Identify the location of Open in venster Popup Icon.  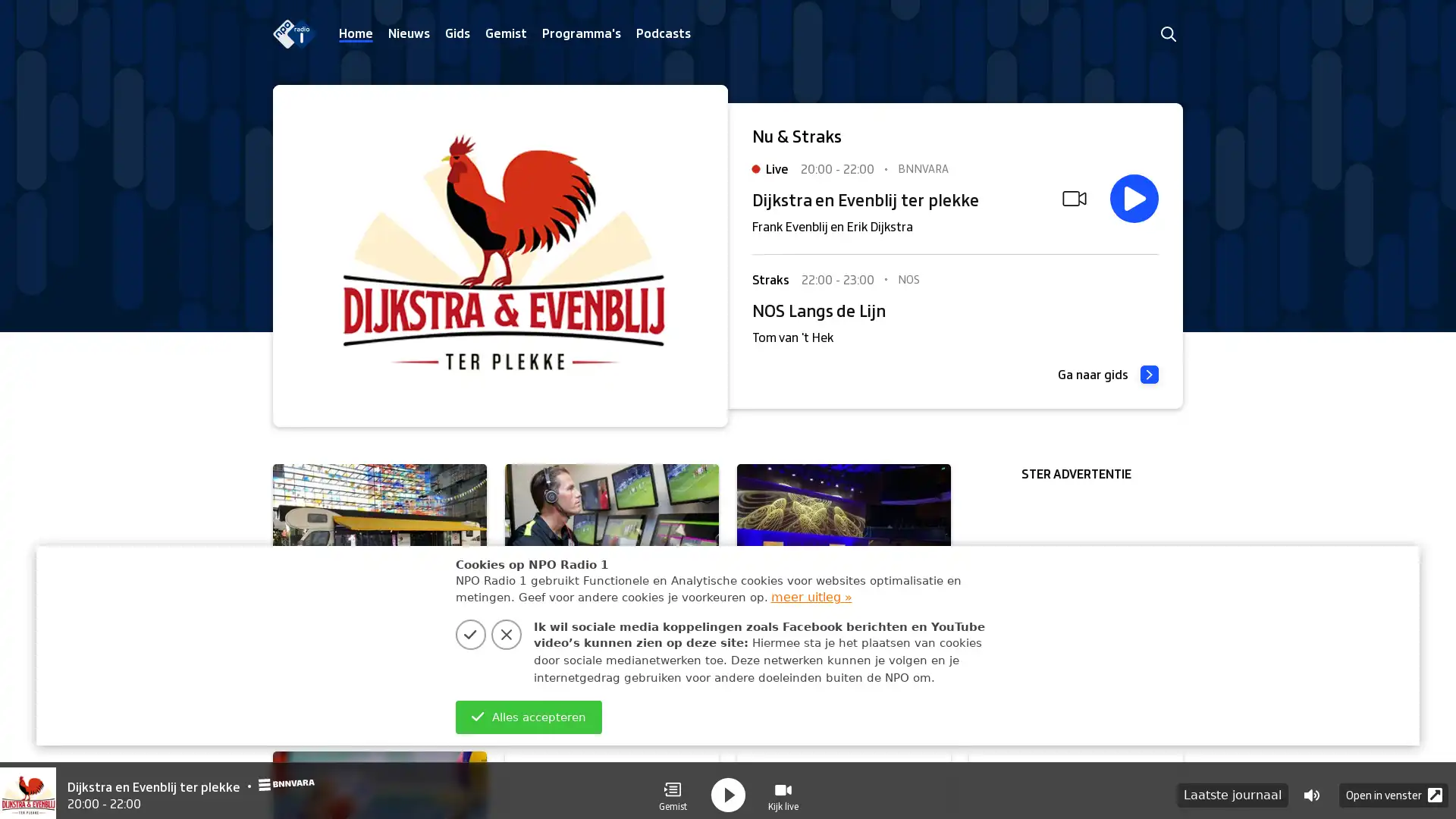
(1394, 786).